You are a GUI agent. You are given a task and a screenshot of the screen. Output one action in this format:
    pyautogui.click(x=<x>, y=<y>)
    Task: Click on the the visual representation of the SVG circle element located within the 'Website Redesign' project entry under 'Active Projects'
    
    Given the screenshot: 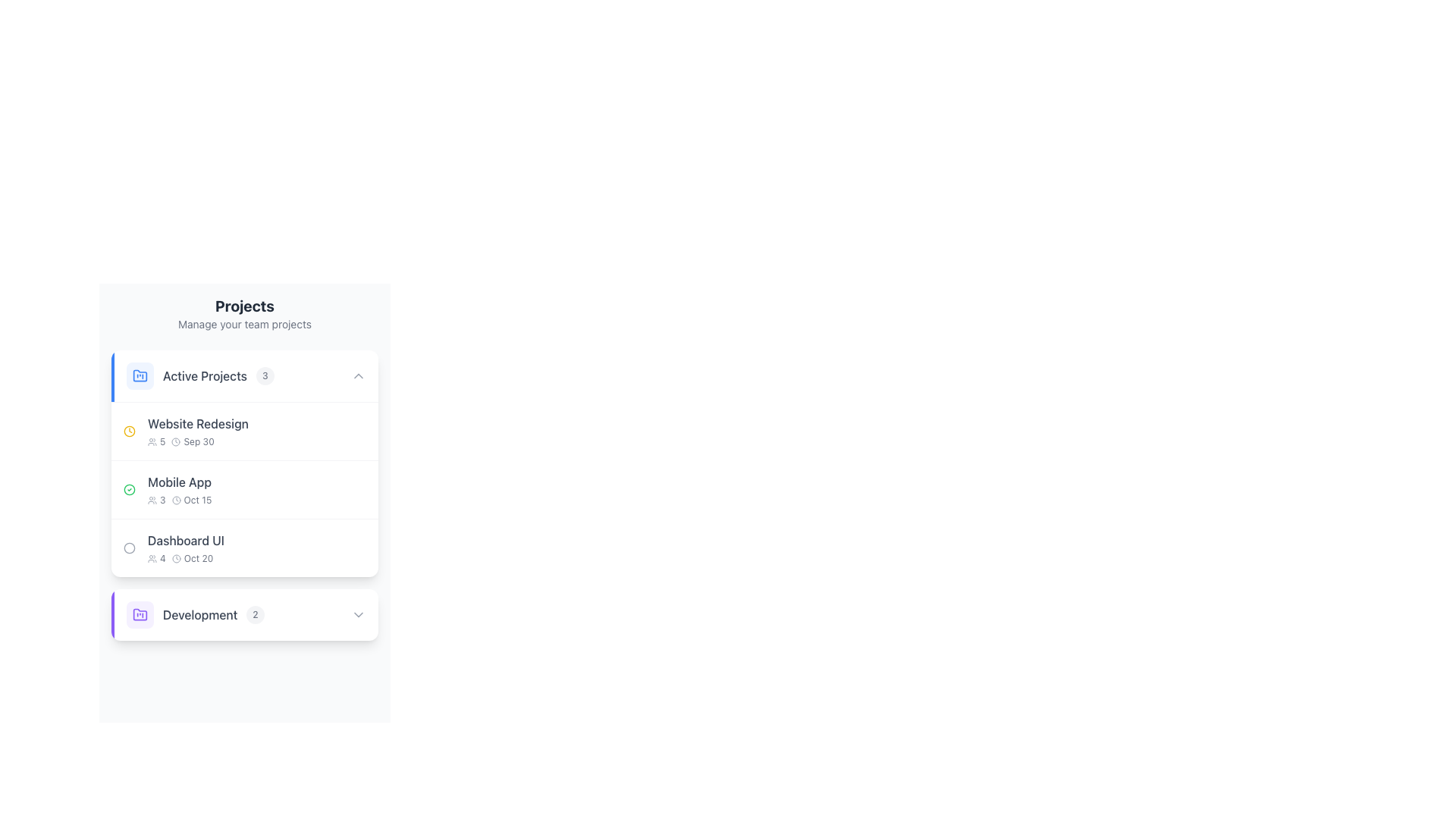 What is the action you would take?
    pyautogui.click(x=176, y=558)
    